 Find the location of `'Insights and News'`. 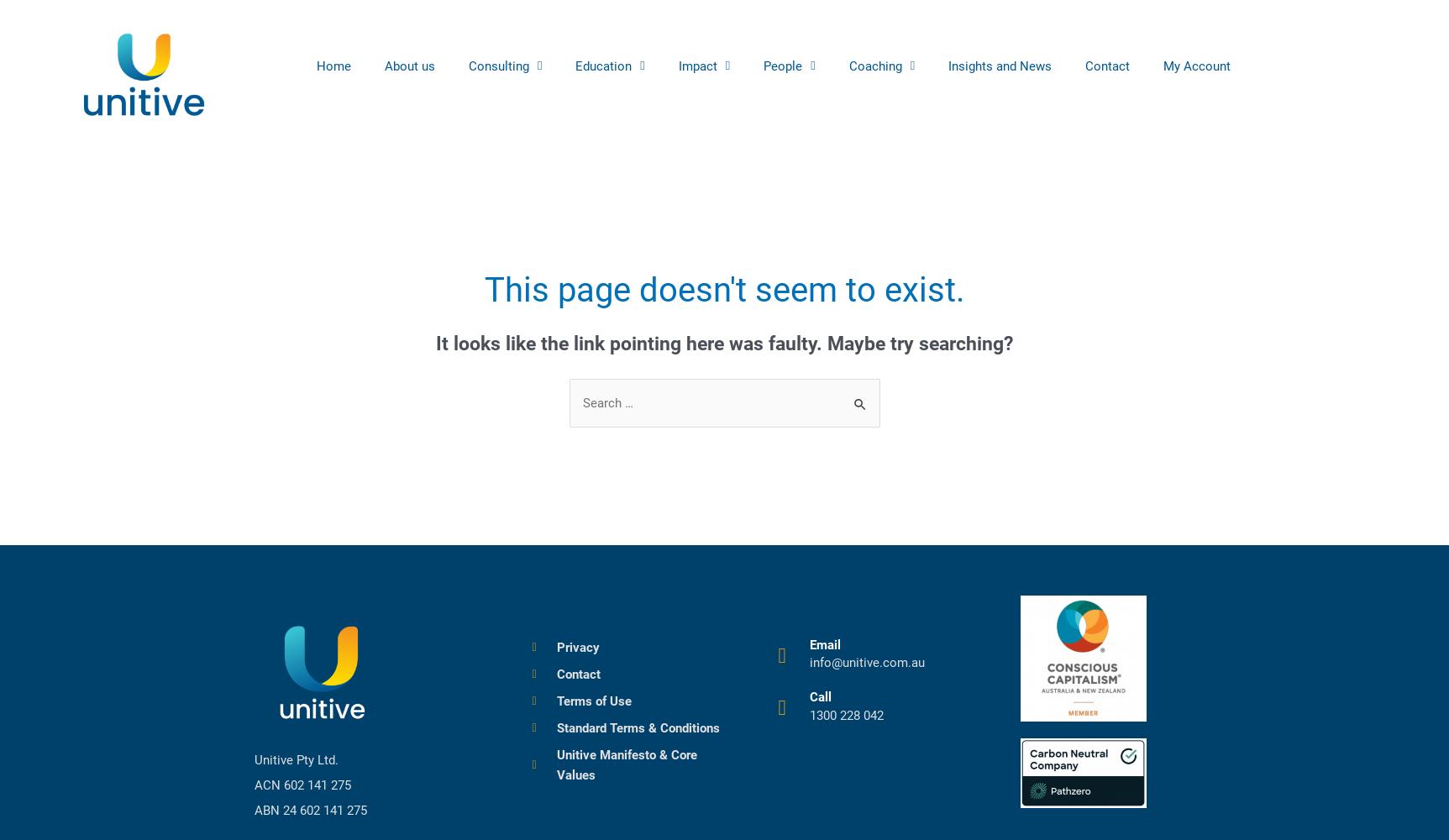

'Insights and News' is located at coordinates (948, 65).